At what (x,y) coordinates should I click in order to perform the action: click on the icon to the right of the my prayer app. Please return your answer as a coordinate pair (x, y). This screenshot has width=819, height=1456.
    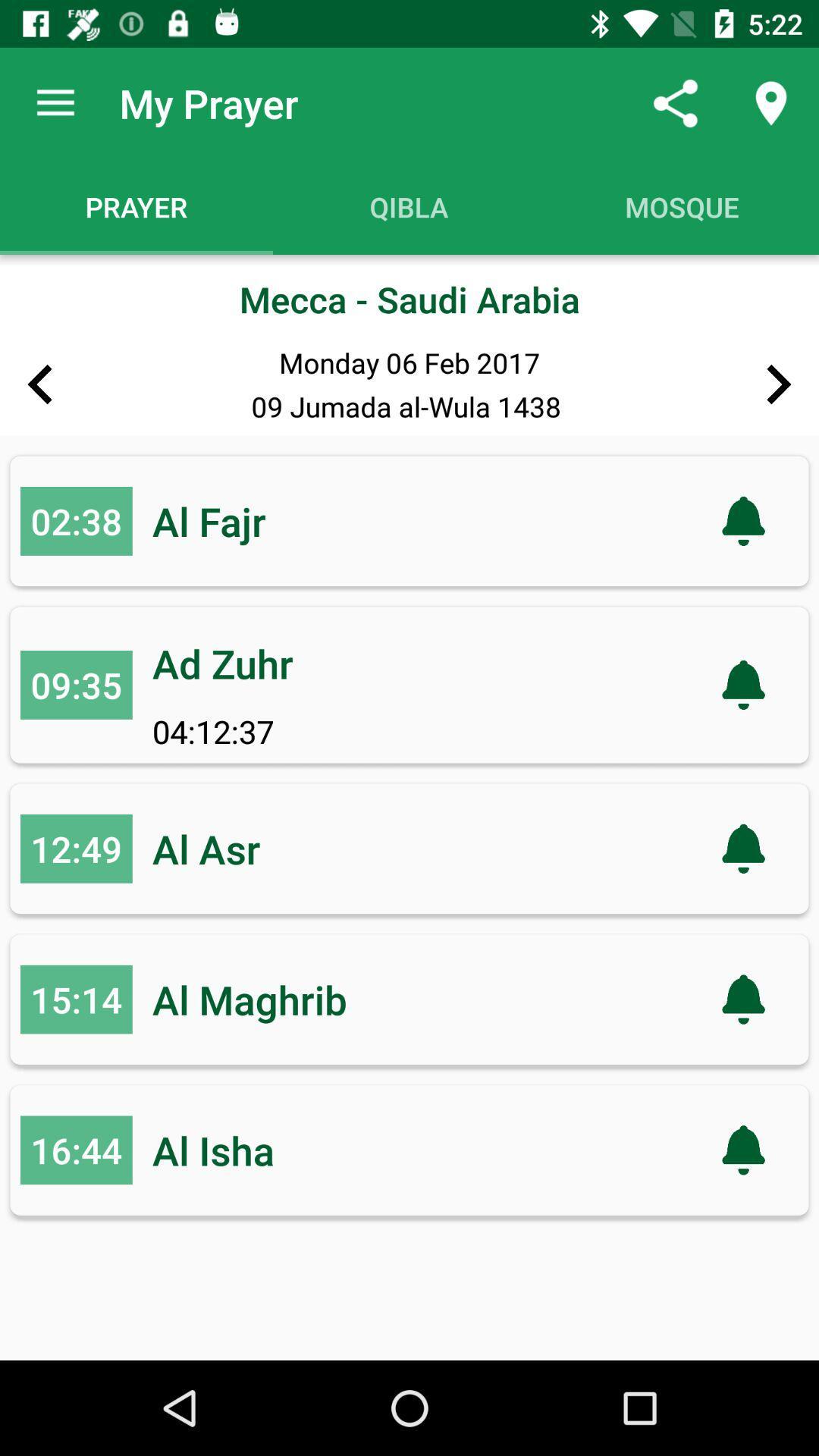
    Looking at the image, I should click on (675, 102).